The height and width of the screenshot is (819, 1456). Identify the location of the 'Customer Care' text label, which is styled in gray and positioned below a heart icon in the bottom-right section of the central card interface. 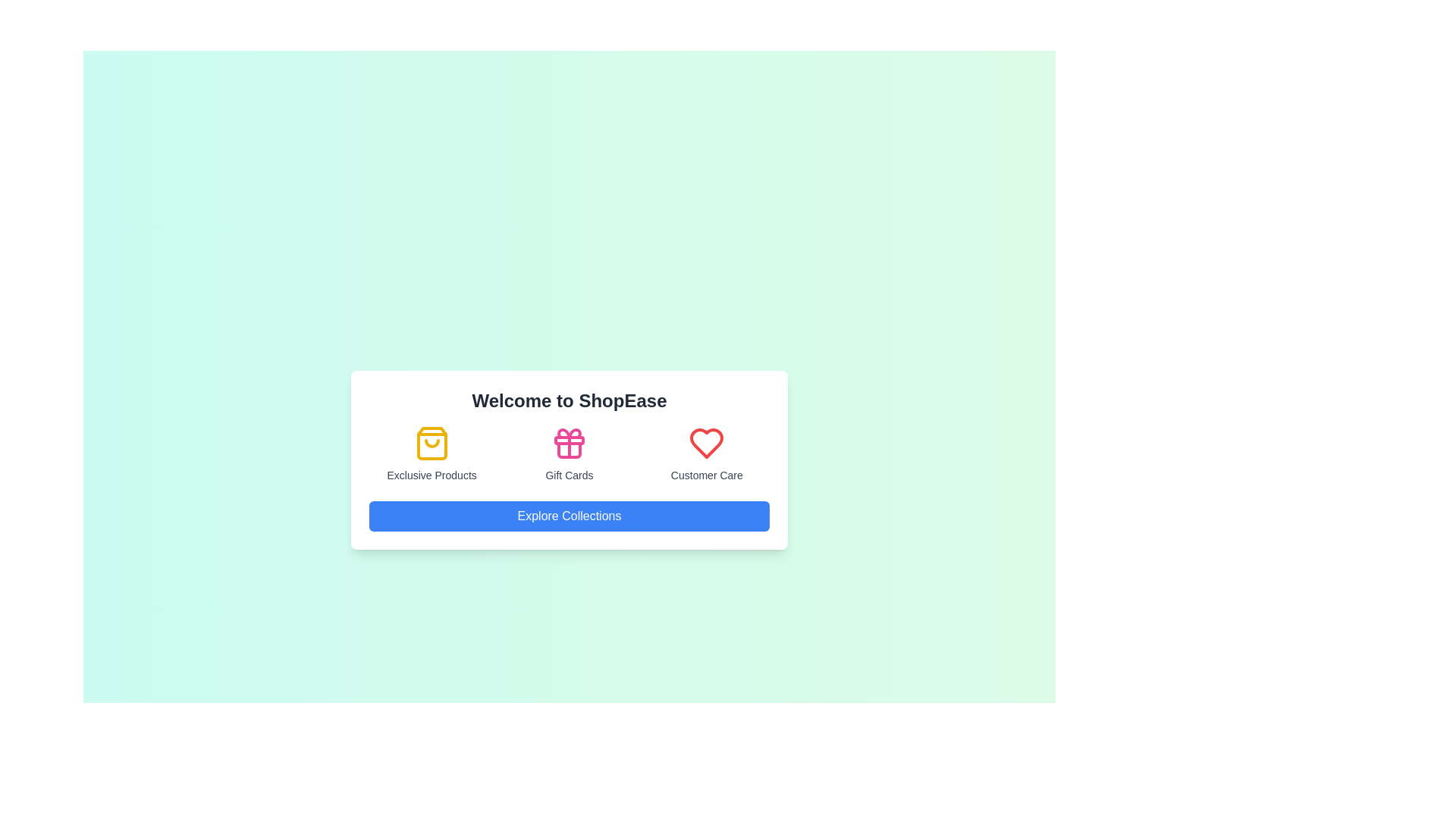
(706, 475).